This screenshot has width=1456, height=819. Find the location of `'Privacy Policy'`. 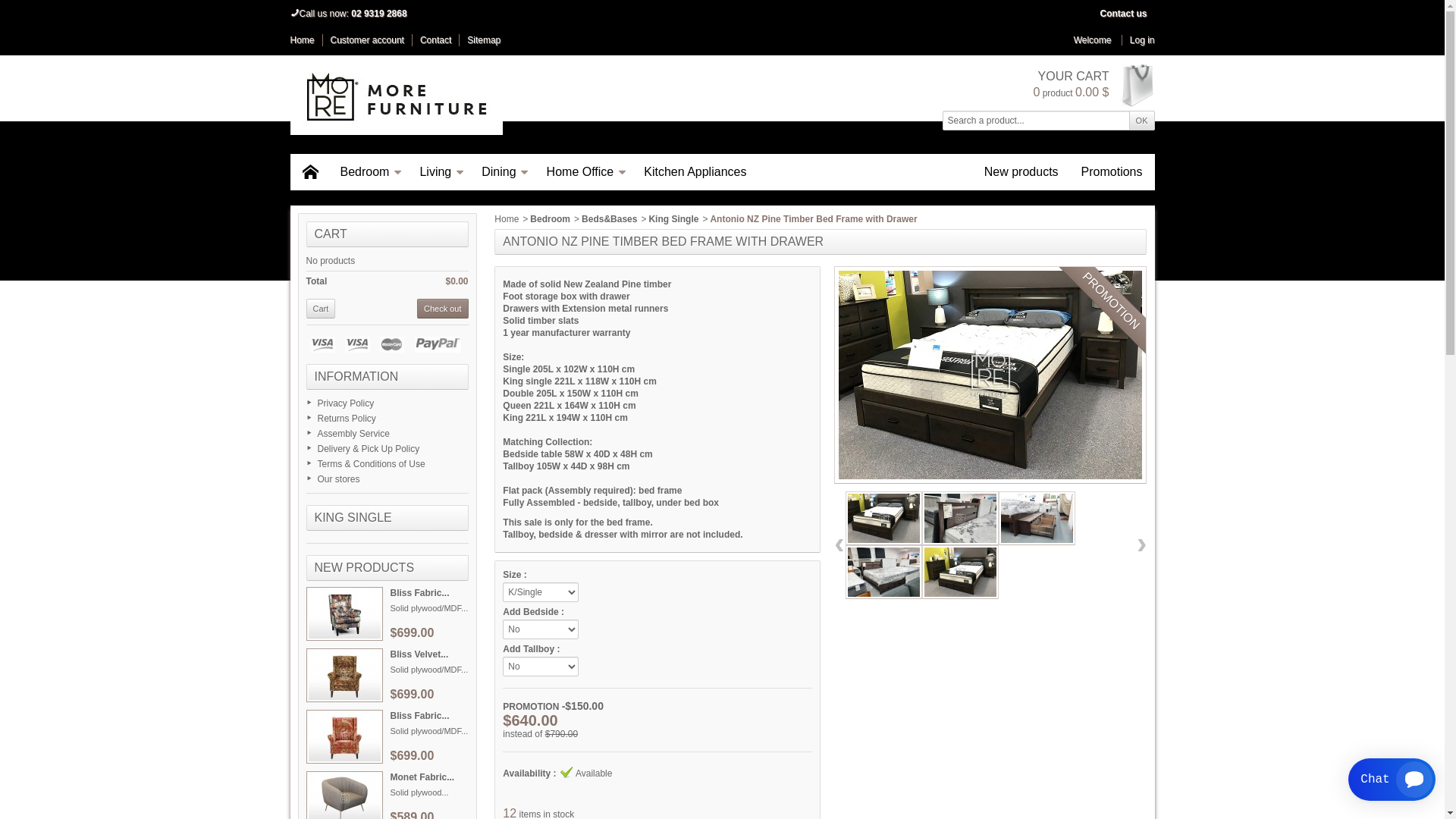

'Privacy Policy' is located at coordinates (344, 403).